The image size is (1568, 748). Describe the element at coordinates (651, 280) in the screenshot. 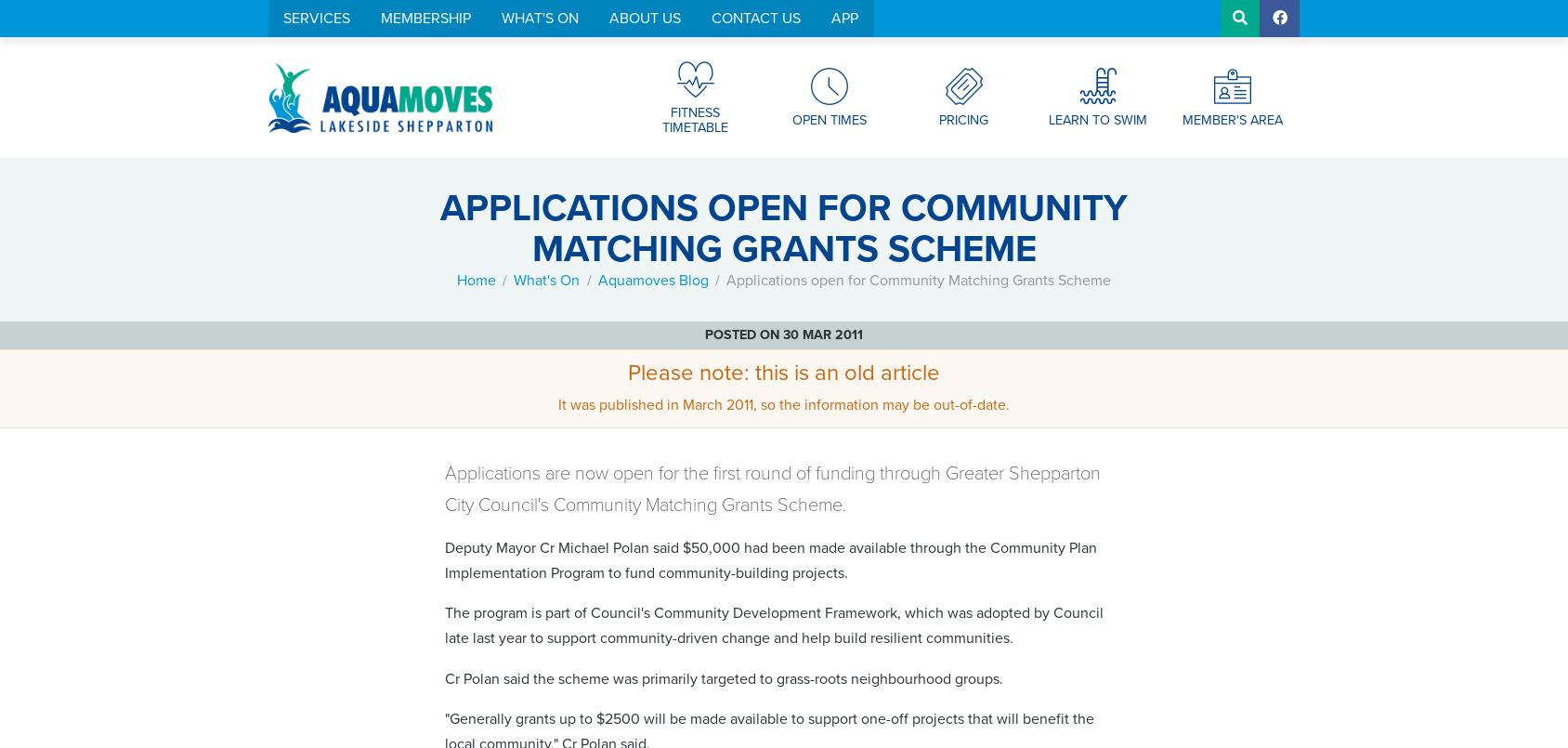

I see `'Aquamoves Blog'` at that location.